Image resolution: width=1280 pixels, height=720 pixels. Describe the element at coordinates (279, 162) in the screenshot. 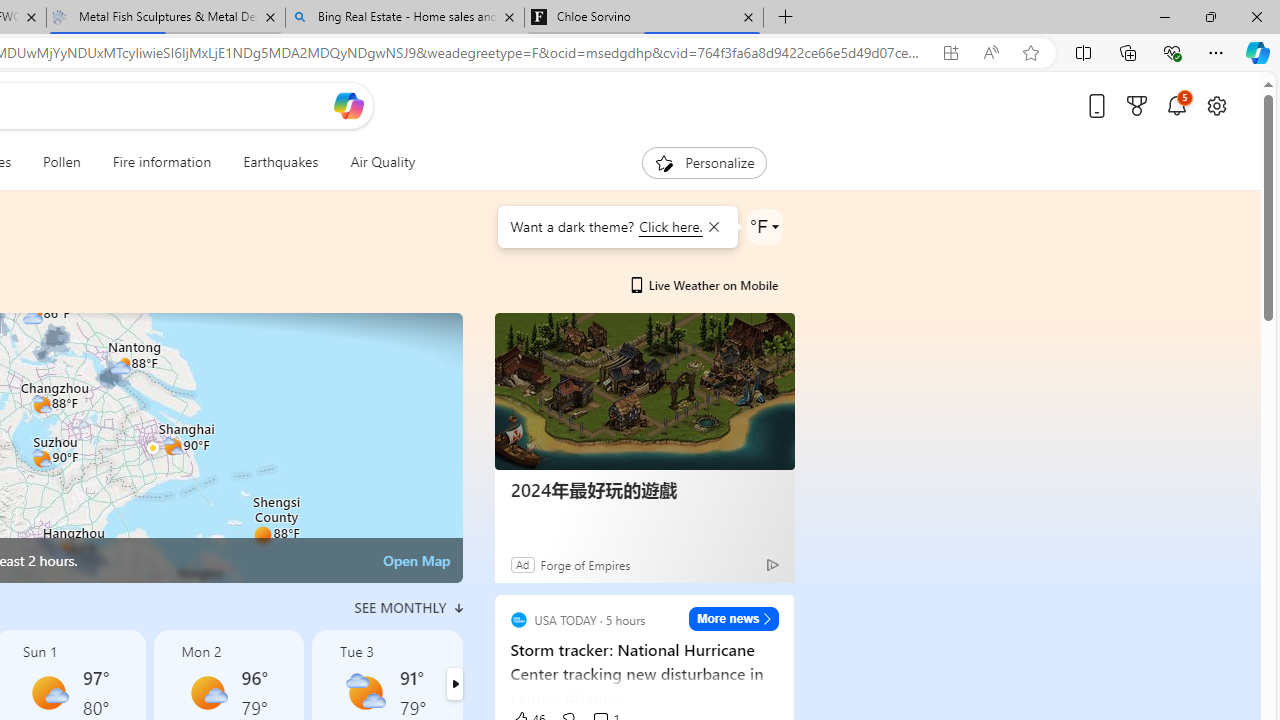

I see `'Earthquakes'` at that location.